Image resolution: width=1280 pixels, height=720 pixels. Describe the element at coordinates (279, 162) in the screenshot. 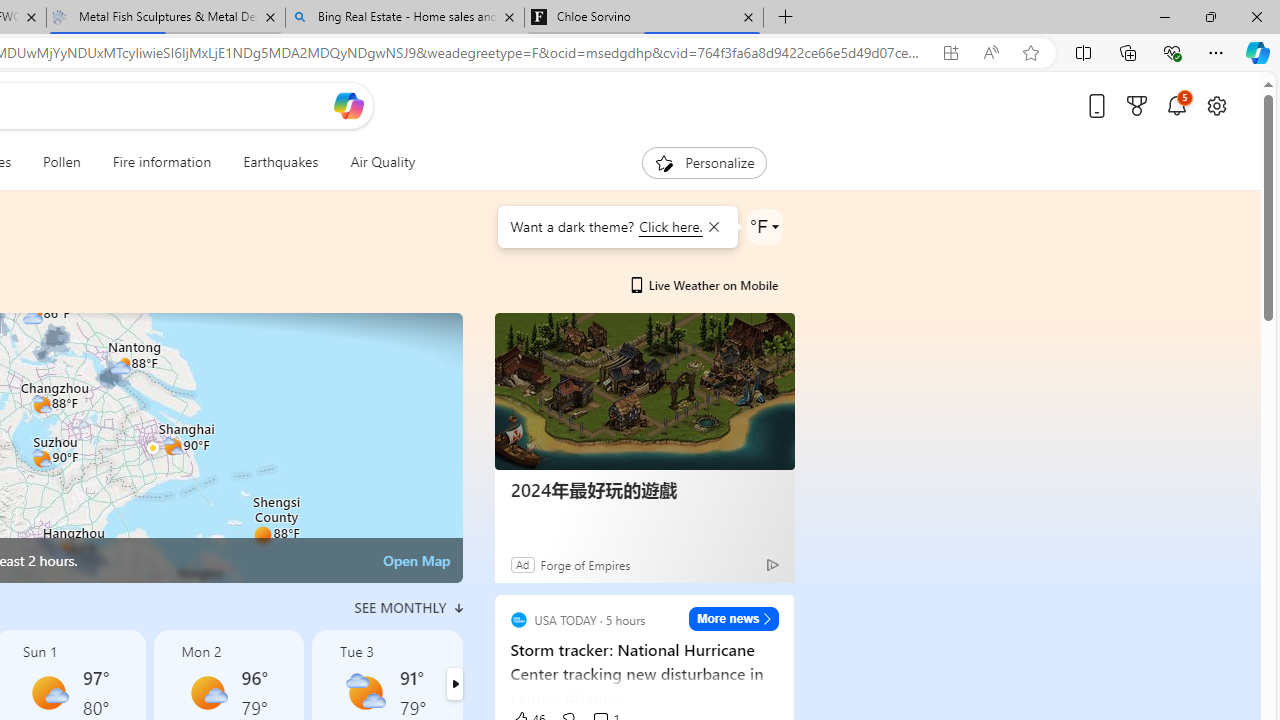

I see `'Earthquakes'` at that location.